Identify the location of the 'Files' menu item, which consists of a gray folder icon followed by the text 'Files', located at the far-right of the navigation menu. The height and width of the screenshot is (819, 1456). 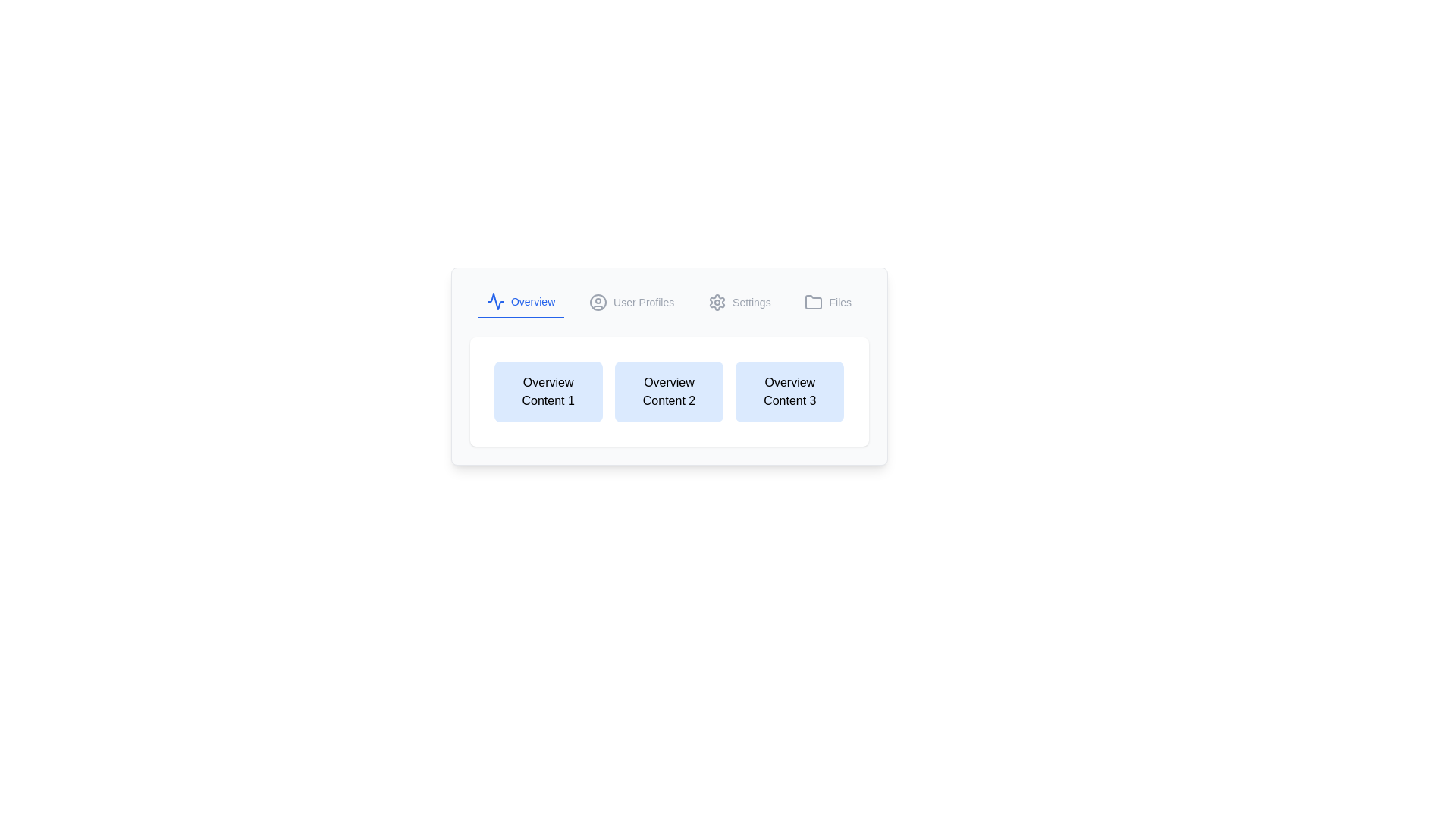
(827, 302).